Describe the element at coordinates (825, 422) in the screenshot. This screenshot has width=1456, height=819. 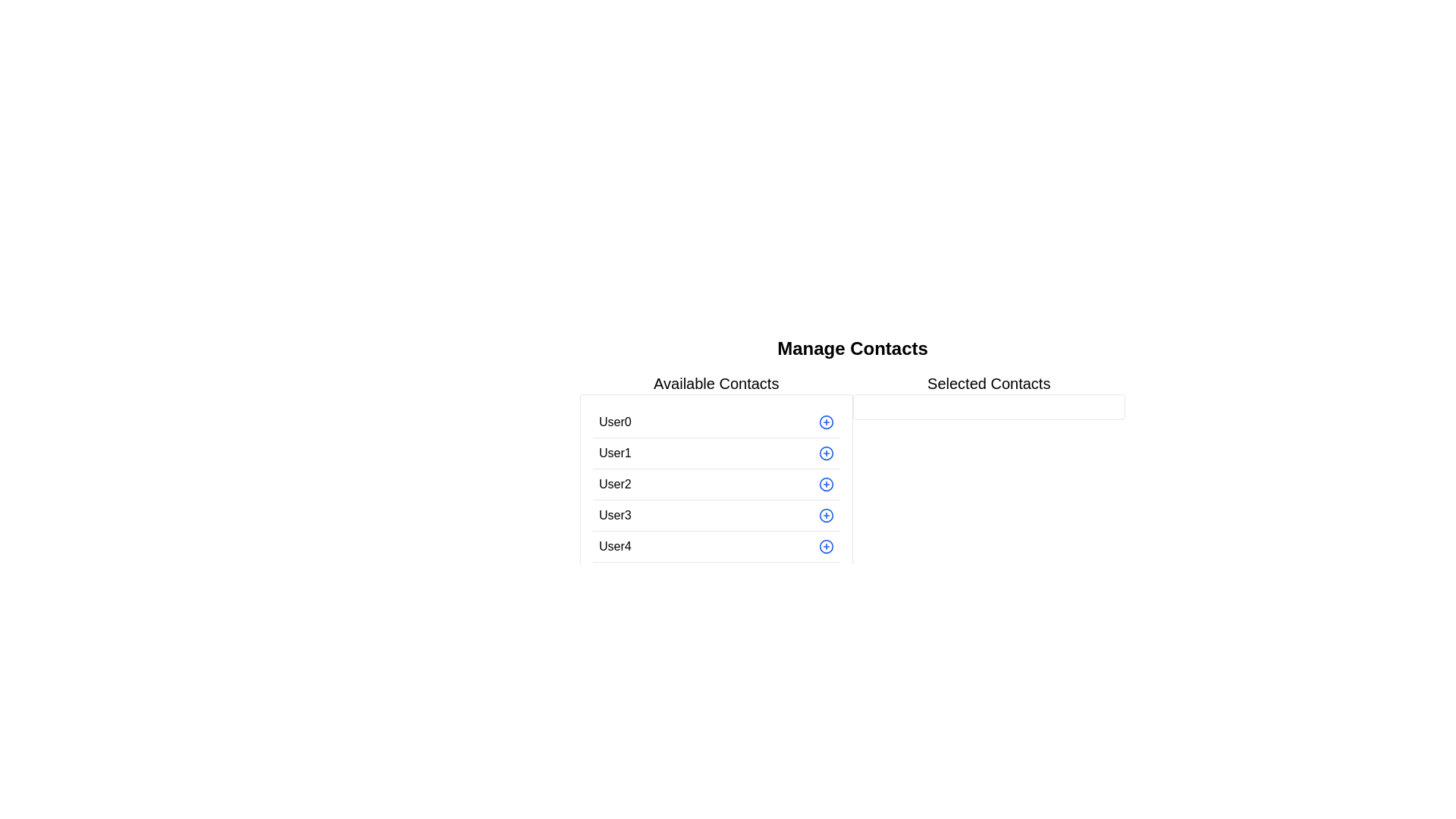
I see `the circular icon with a blue border and a plus sign, located immediately to the right of 'User0' in the 'Available Contacts' column` at that location.